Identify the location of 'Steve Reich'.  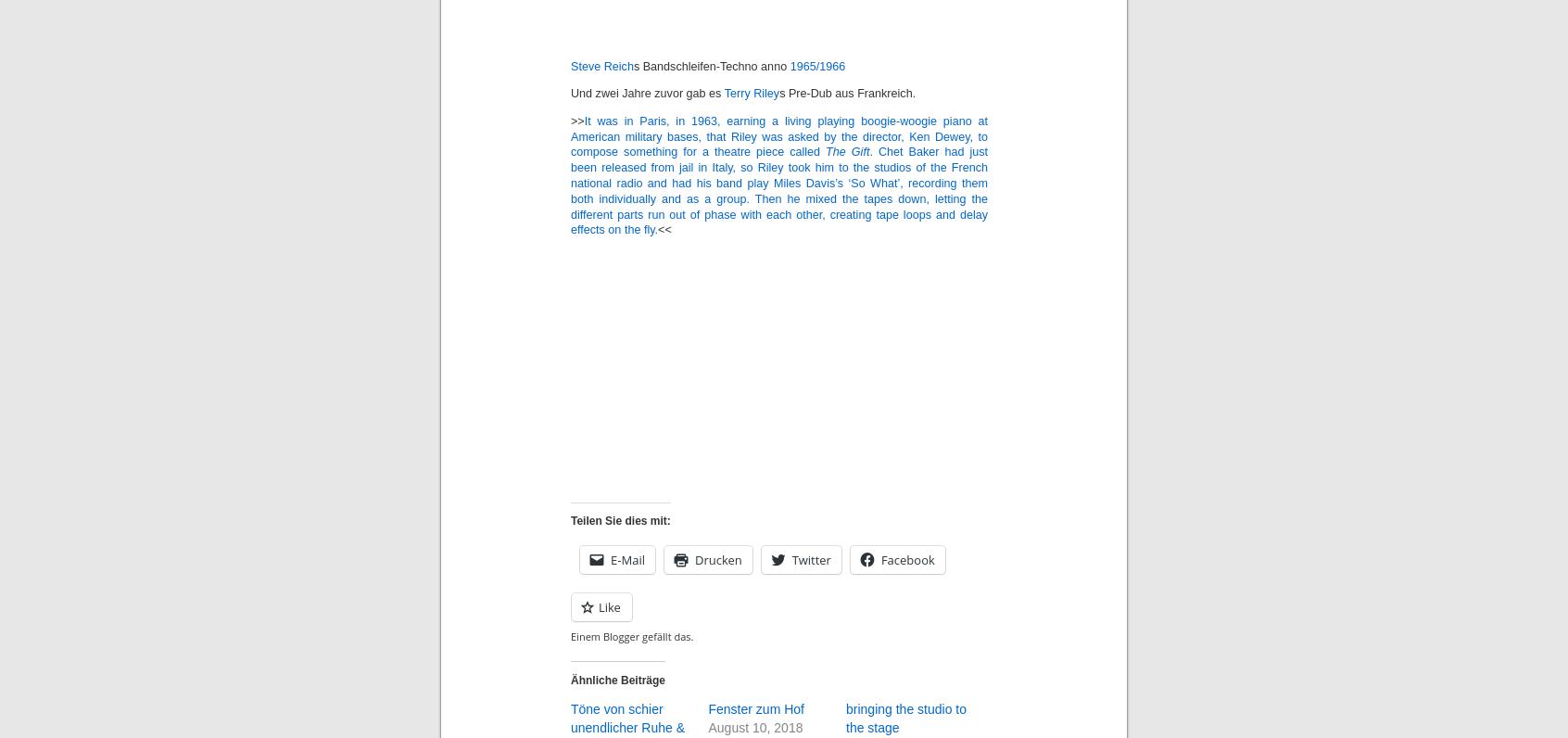
(601, 65).